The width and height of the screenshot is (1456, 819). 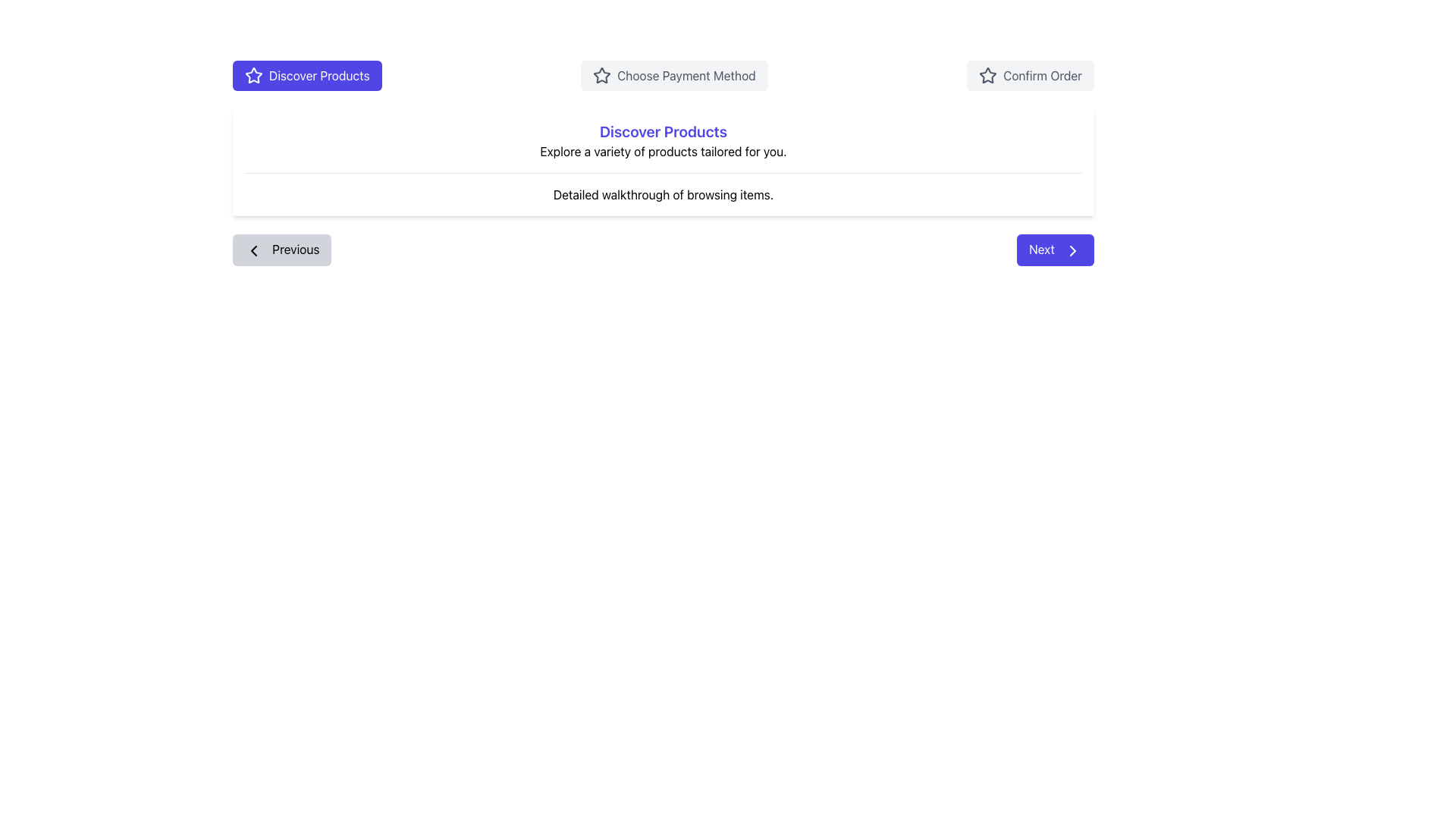 What do you see at coordinates (254, 75) in the screenshot?
I see `the star icon inside the blue button labeled 'Discover Products', which is located at the top-left area of the interface` at bounding box center [254, 75].